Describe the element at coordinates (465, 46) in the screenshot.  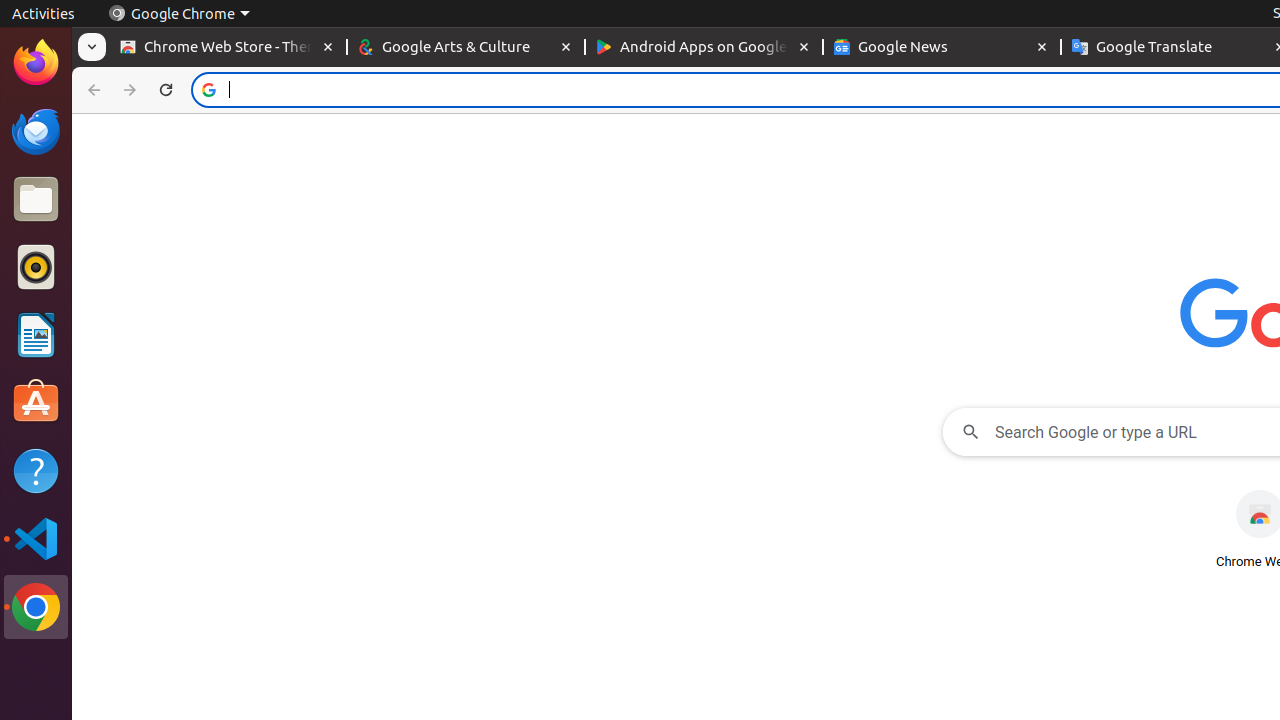
I see `'Google Arts & Culture - Memory usage - 58.4 MB'` at that location.